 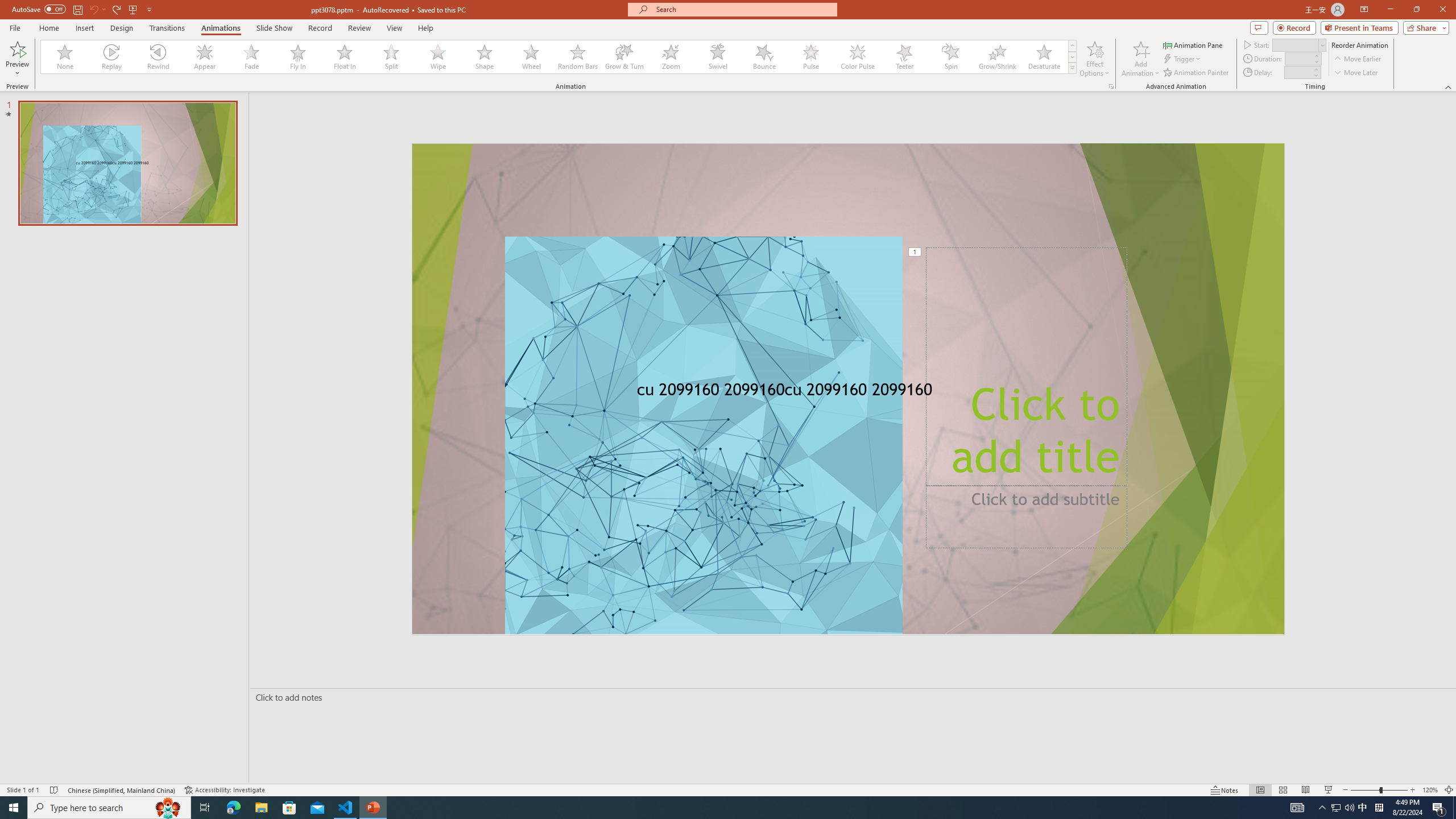 I want to click on 'Move Earlier', so click(x=1357, y=59).